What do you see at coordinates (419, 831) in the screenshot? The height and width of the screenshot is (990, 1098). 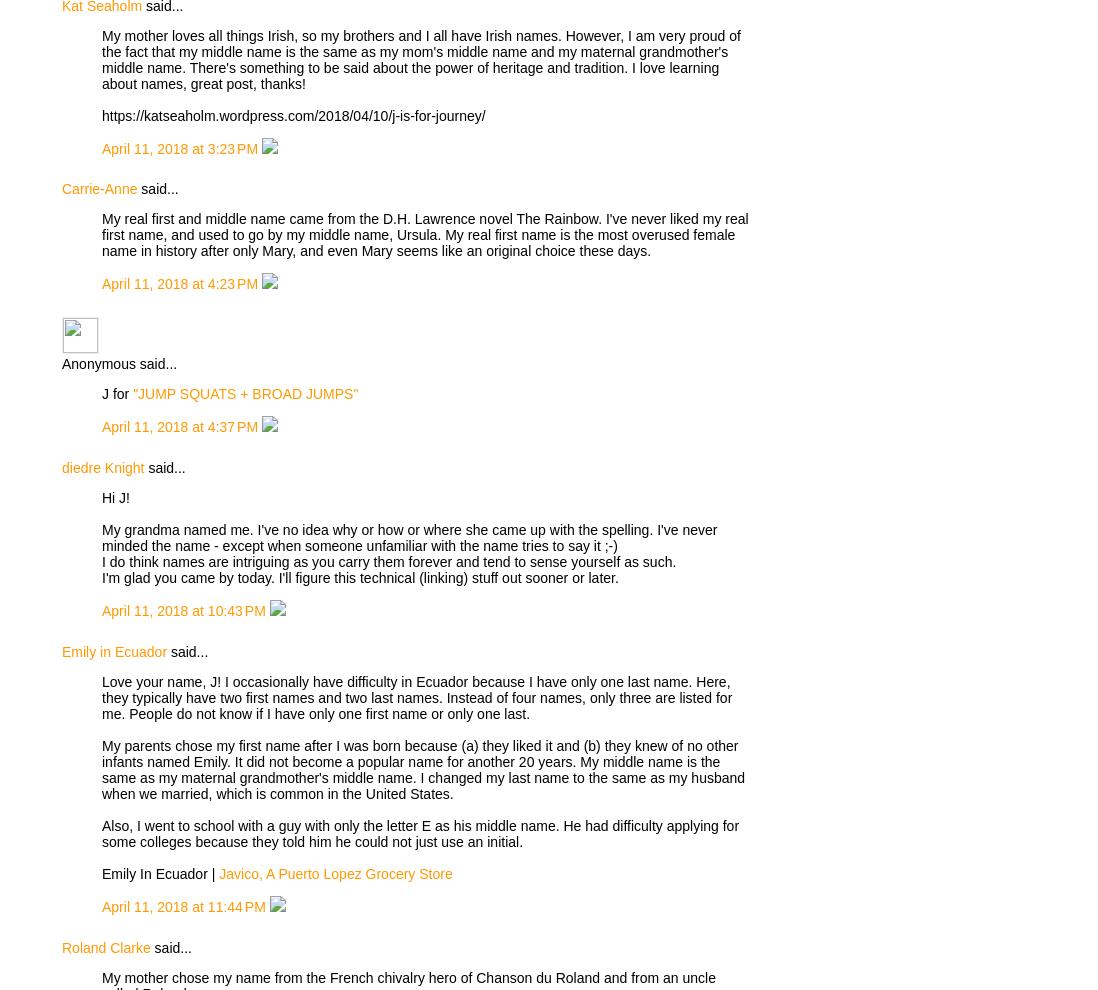 I see `'Also, I went to school with a guy with only the letter E as his middle name. He had difficulty applying for some colleges because they told him he could not just use an initial.'` at bounding box center [419, 831].